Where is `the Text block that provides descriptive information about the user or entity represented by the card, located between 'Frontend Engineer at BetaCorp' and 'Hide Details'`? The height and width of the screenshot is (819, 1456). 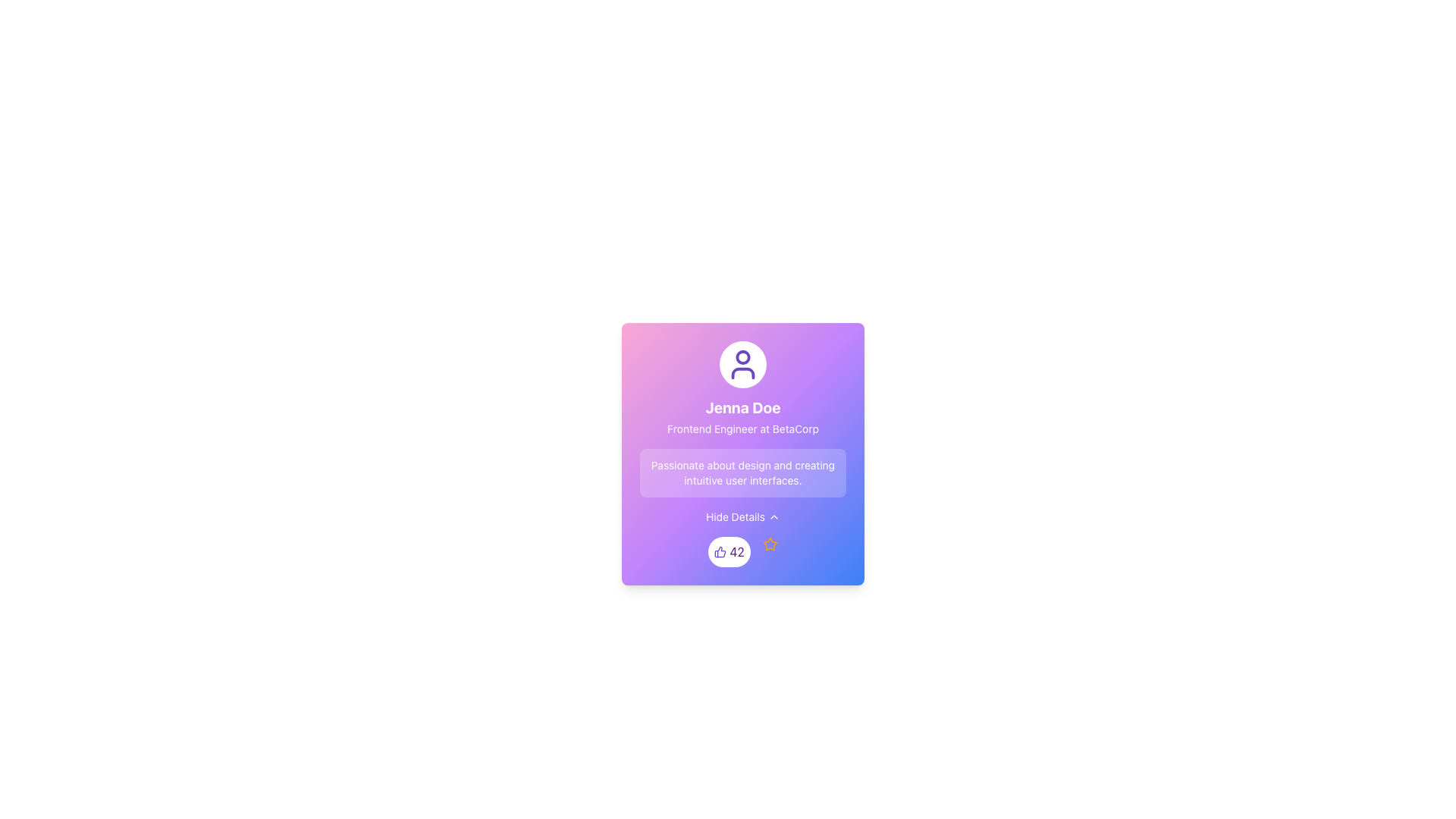 the Text block that provides descriptive information about the user or entity represented by the card, located between 'Frontend Engineer at BetaCorp' and 'Hide Details' is located at coordinates (742, 472).